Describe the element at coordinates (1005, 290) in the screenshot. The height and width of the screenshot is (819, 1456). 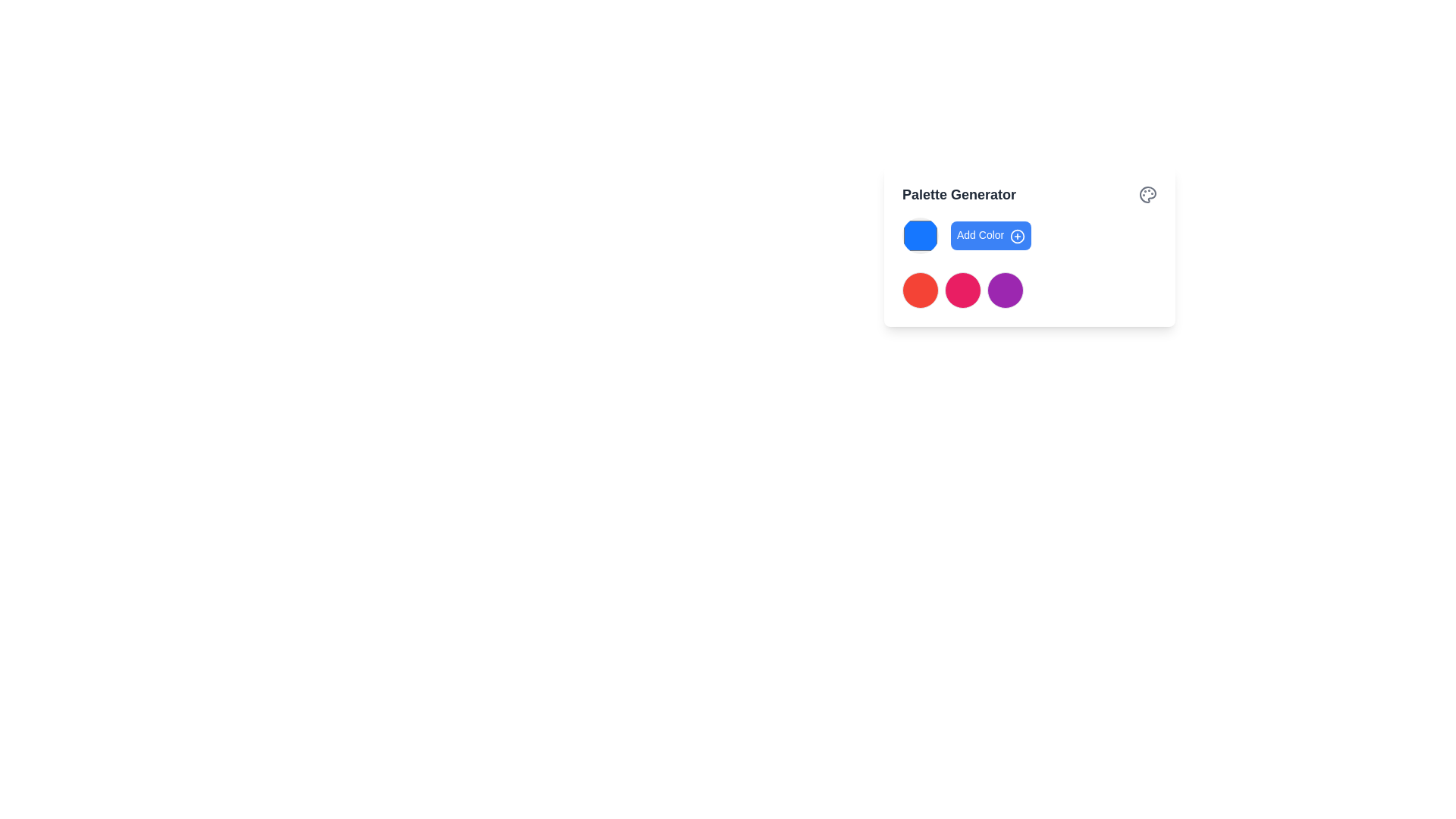
I see `the third circle from the left in the color palette, which represents a purple hue, located beneath the blue octagonal shape and the 'Add Color' button` at that location.